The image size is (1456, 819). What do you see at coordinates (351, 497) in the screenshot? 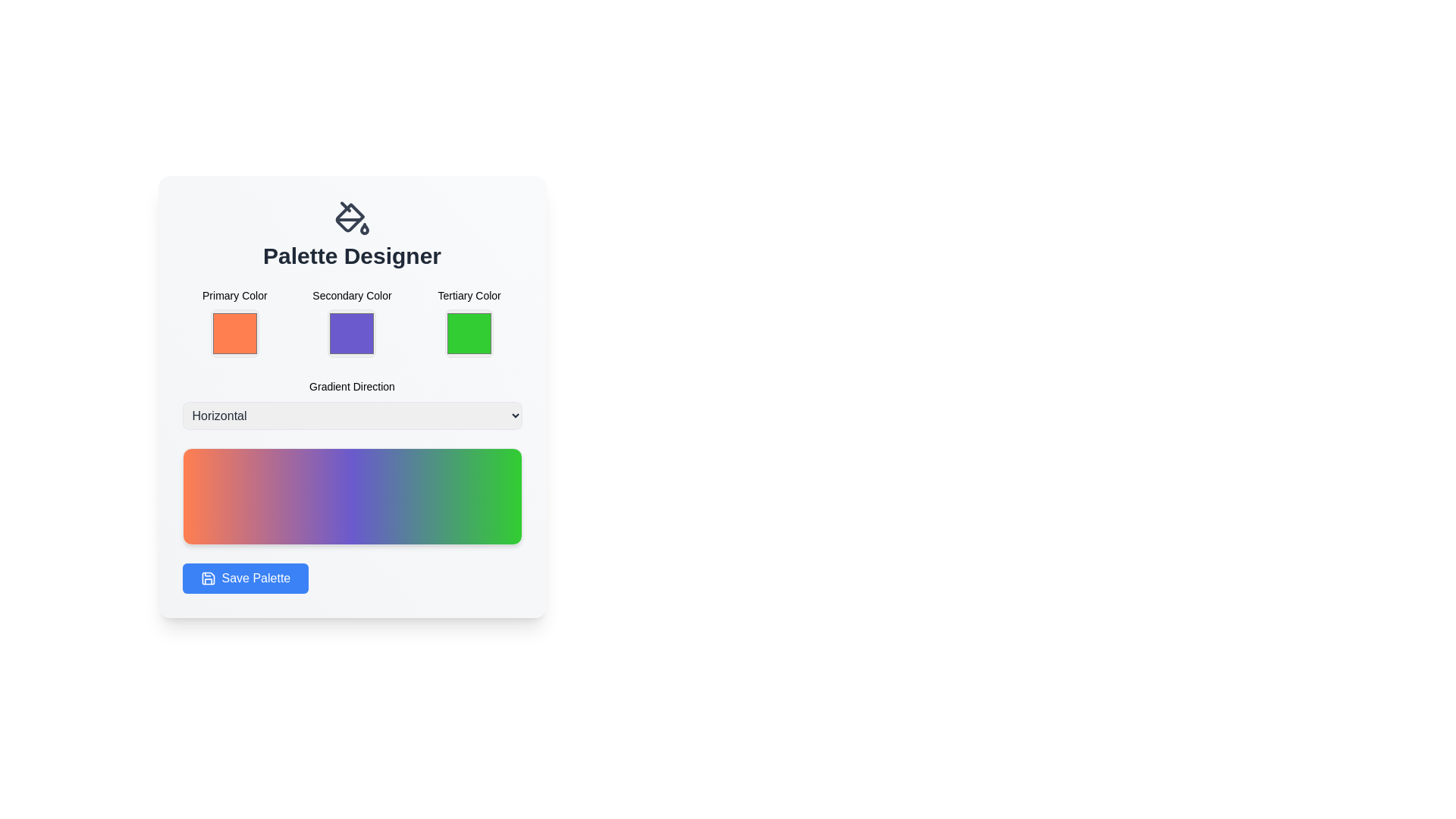
I see `the visual representation element (gradient preview) located at the bottom of the 'Palette Designer' card, just above the 'Save Palette' button` at bounding box center [351, 497].